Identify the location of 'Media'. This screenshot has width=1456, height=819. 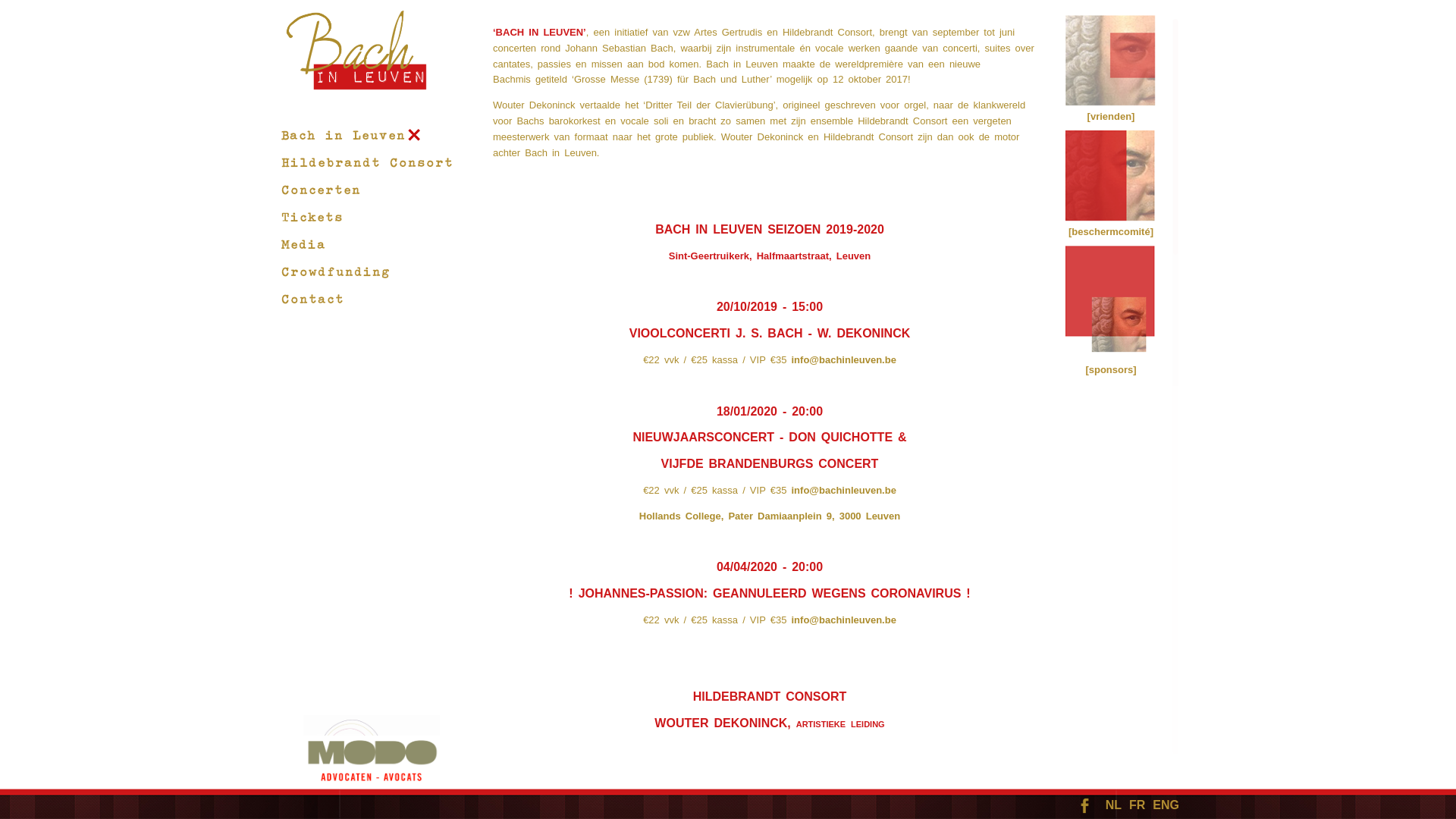
(303, 243).